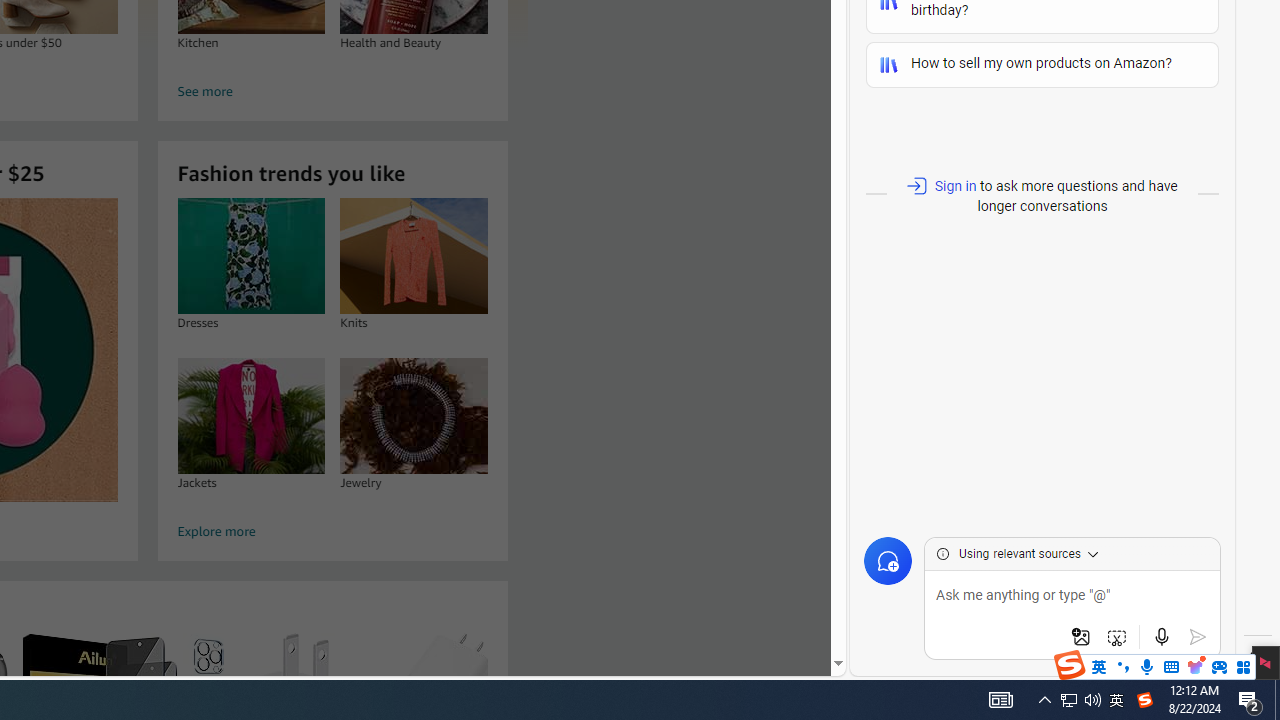 This screenshot has height=720, width=1280. Describe the element at coordinates (249, 255) in the screenshot. I see `'Dresses'` at that location.